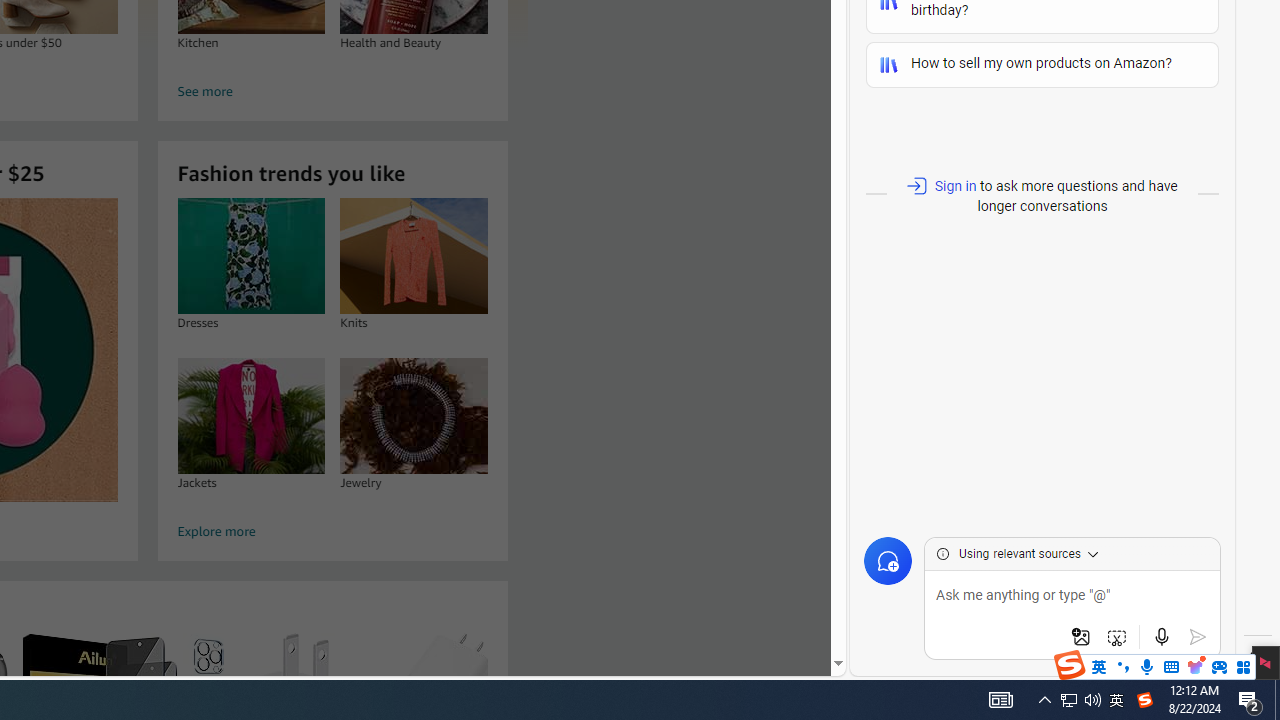 This screenshot has height=720, width=1280. Describe the element at coordinates (249, 255) in the screenshot. I see `'Dresses'` at that location.